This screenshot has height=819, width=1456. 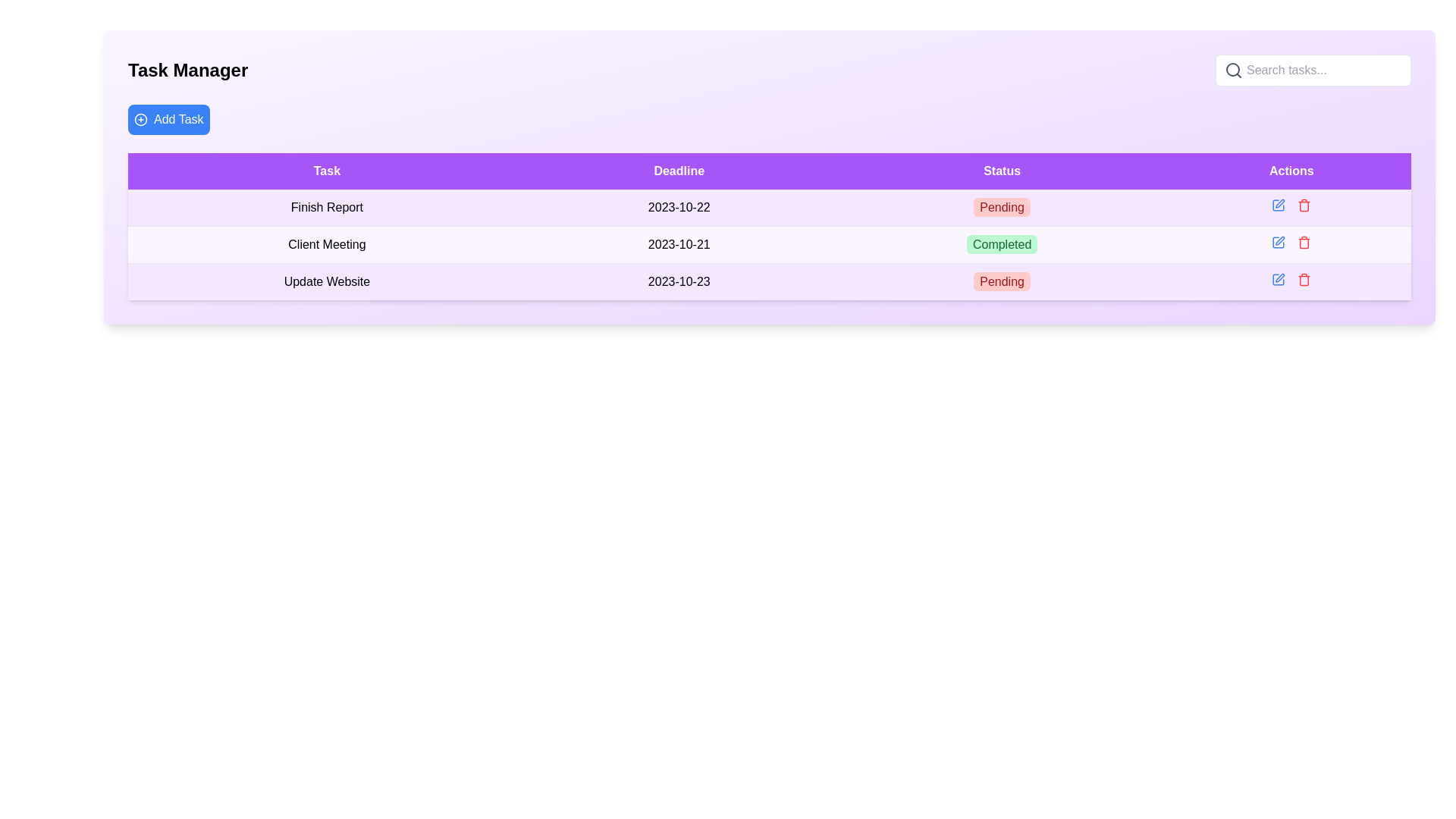 I want to click on the heading element displaying 'Task Manager', which is a bold, large text positioned at the top-left corner of the interface, so click(x=187, y=70).